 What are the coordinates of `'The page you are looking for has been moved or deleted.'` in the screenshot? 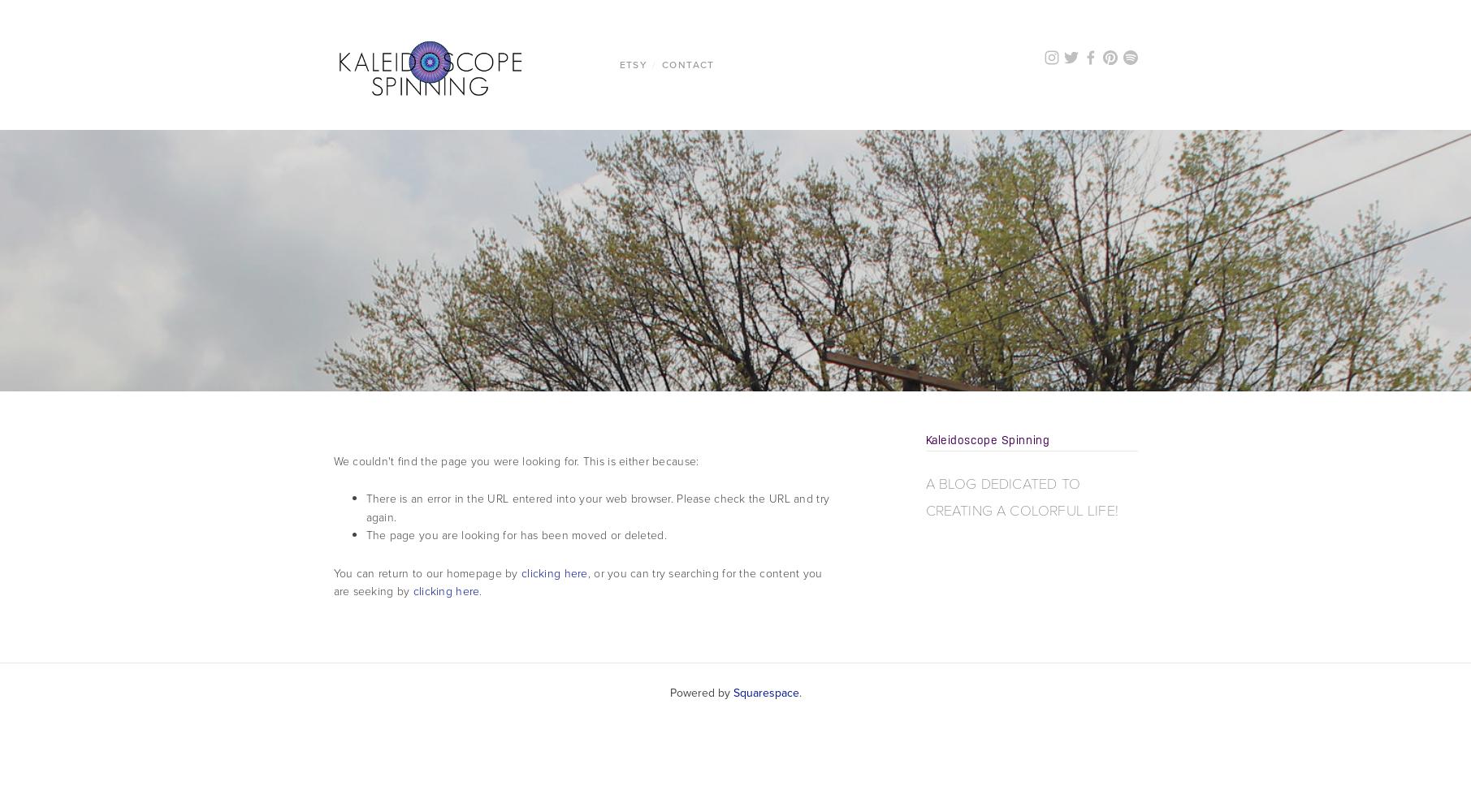 It's located at (515, 535).